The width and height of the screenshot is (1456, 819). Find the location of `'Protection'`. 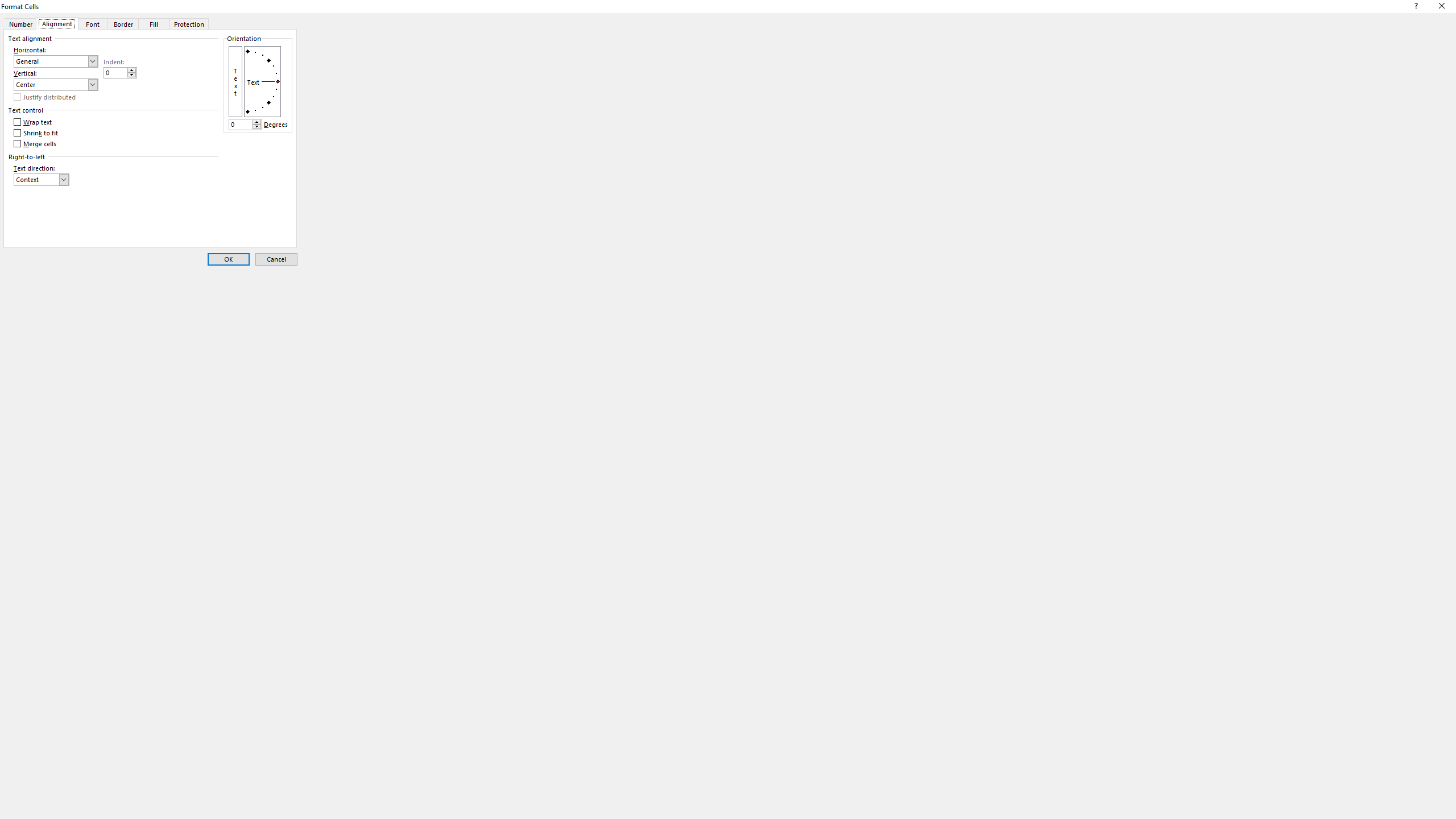

'Protection' is located at coordinates (188, 23).